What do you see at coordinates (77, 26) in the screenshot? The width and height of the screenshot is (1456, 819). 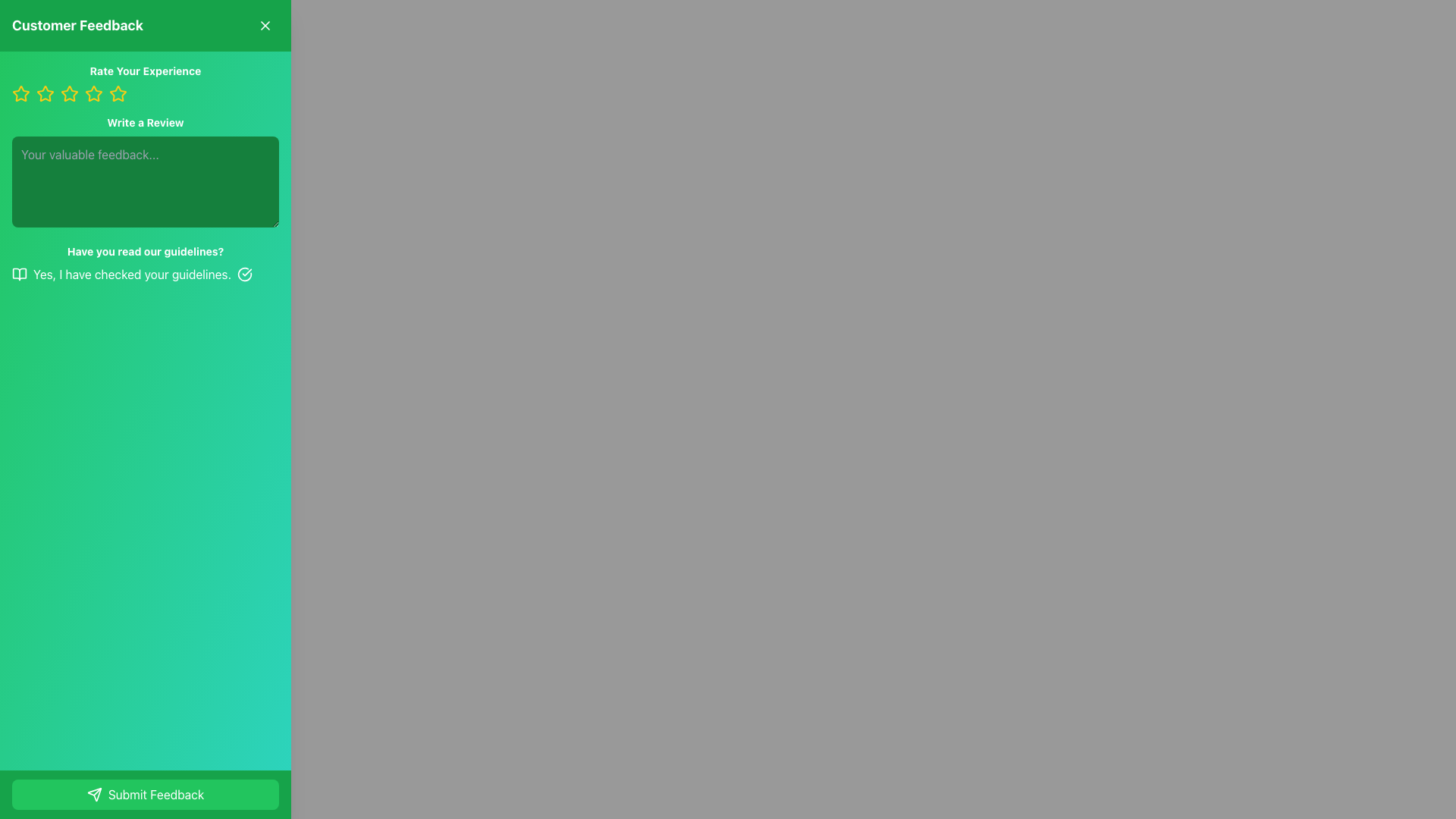 I see `'Customer Feedback' textual header that is bold and white on a green background, positioned at the top-left of the frame` at bounding box center [77, 26].